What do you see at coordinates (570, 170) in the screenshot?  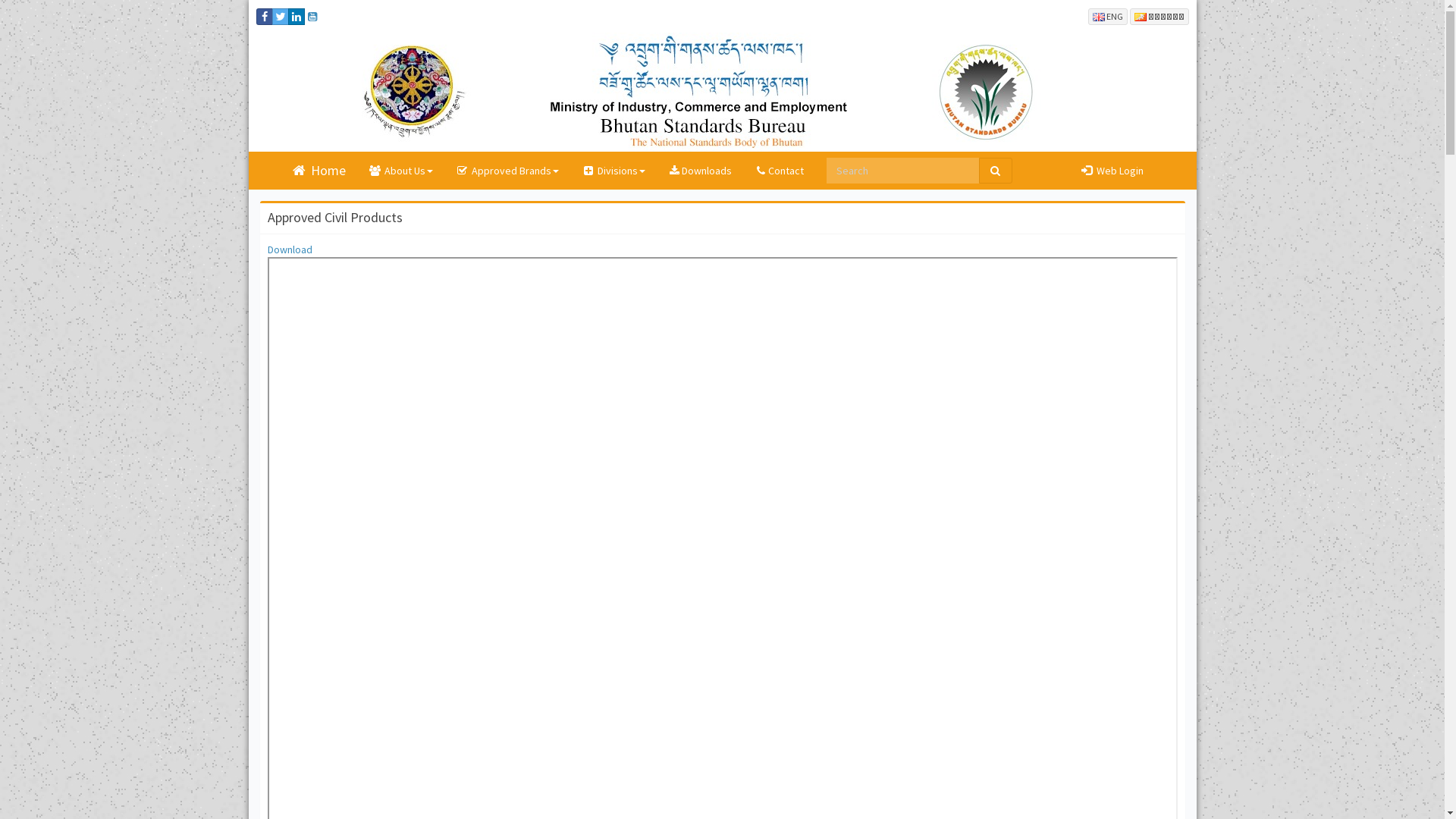 I see `'Divisions'` at bounding box center [570, 170].